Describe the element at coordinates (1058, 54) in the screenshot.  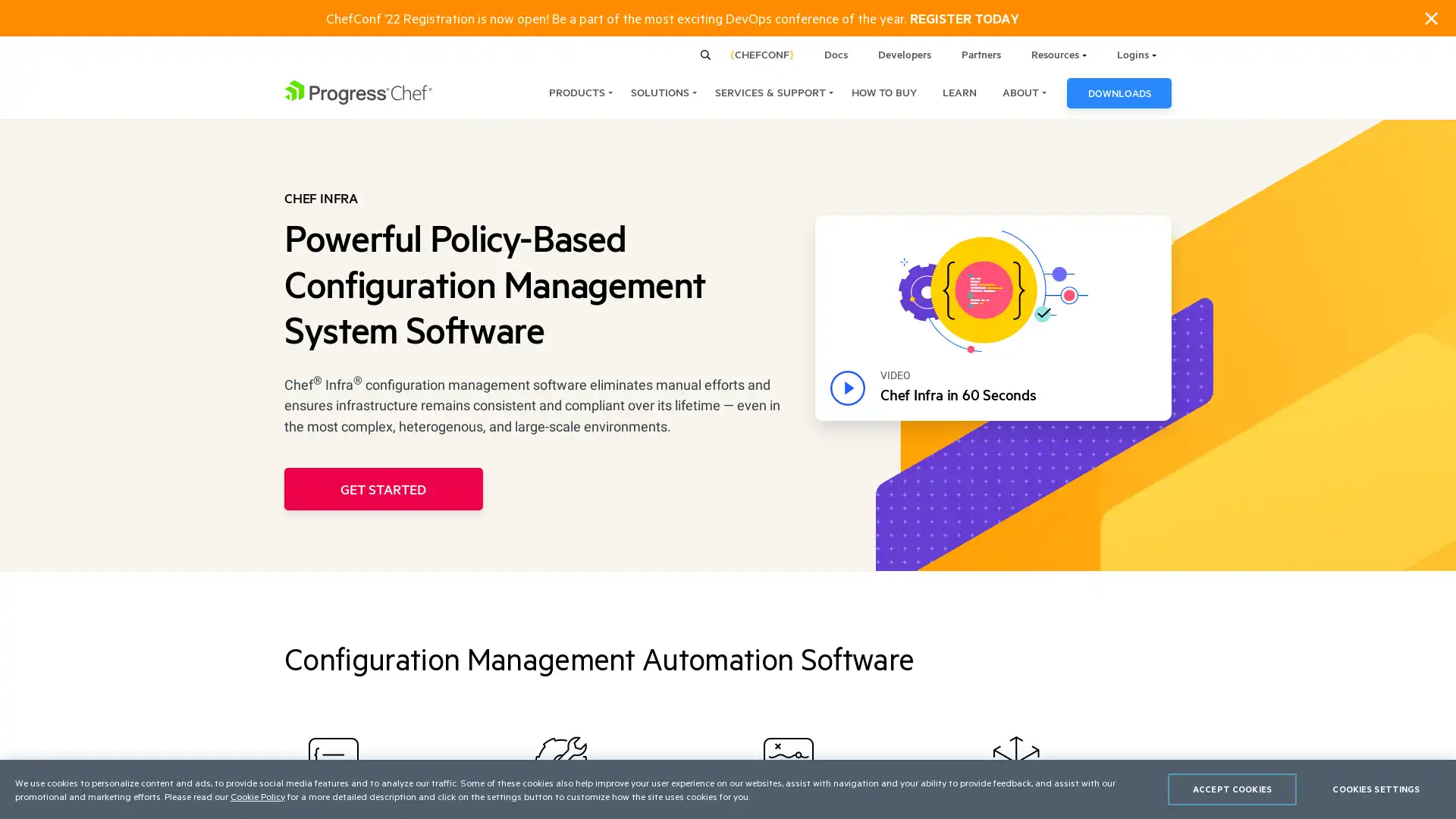
I see `Resources` at that location.